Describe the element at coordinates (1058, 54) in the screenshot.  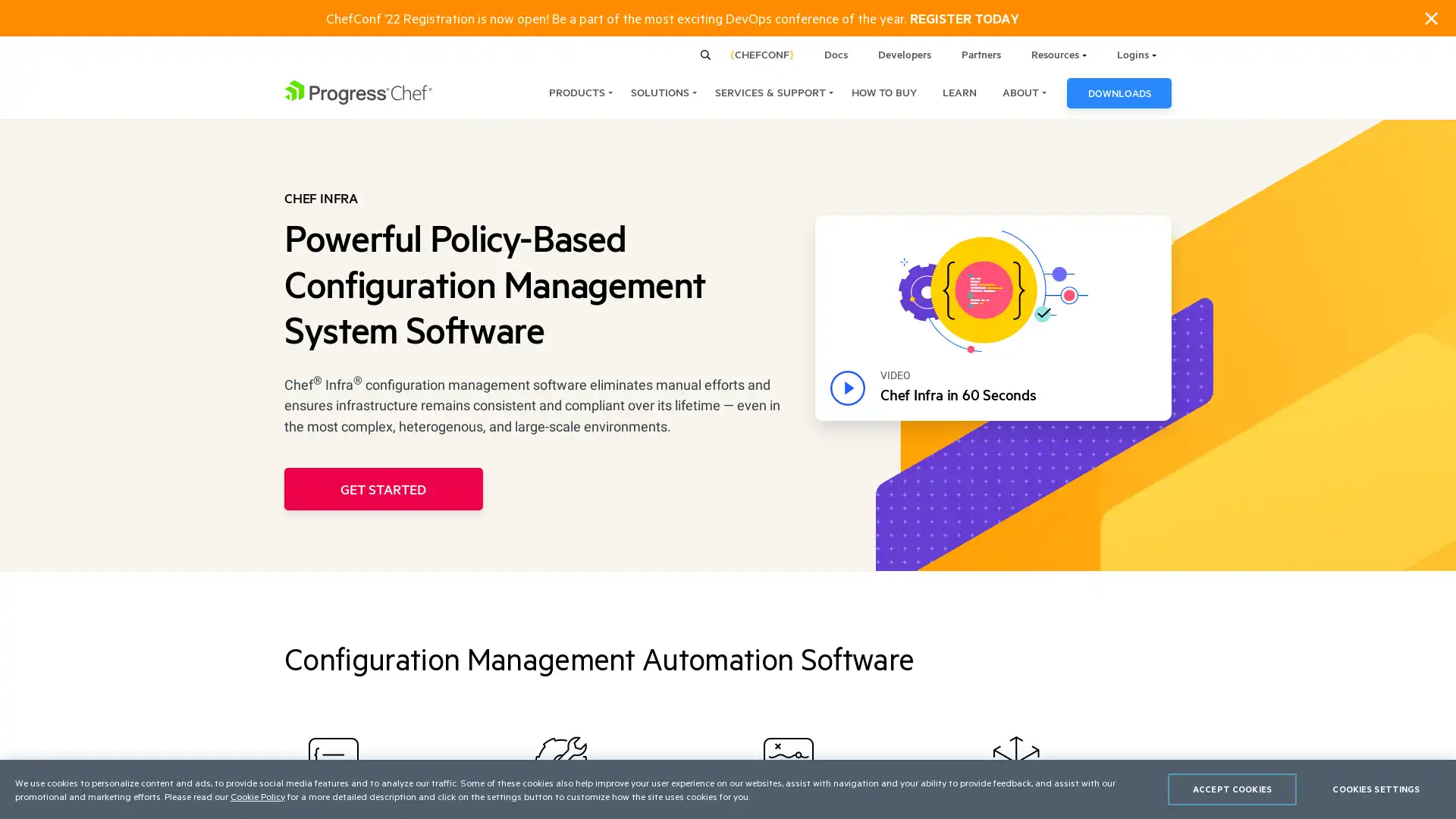
I see `Resources` at that location.